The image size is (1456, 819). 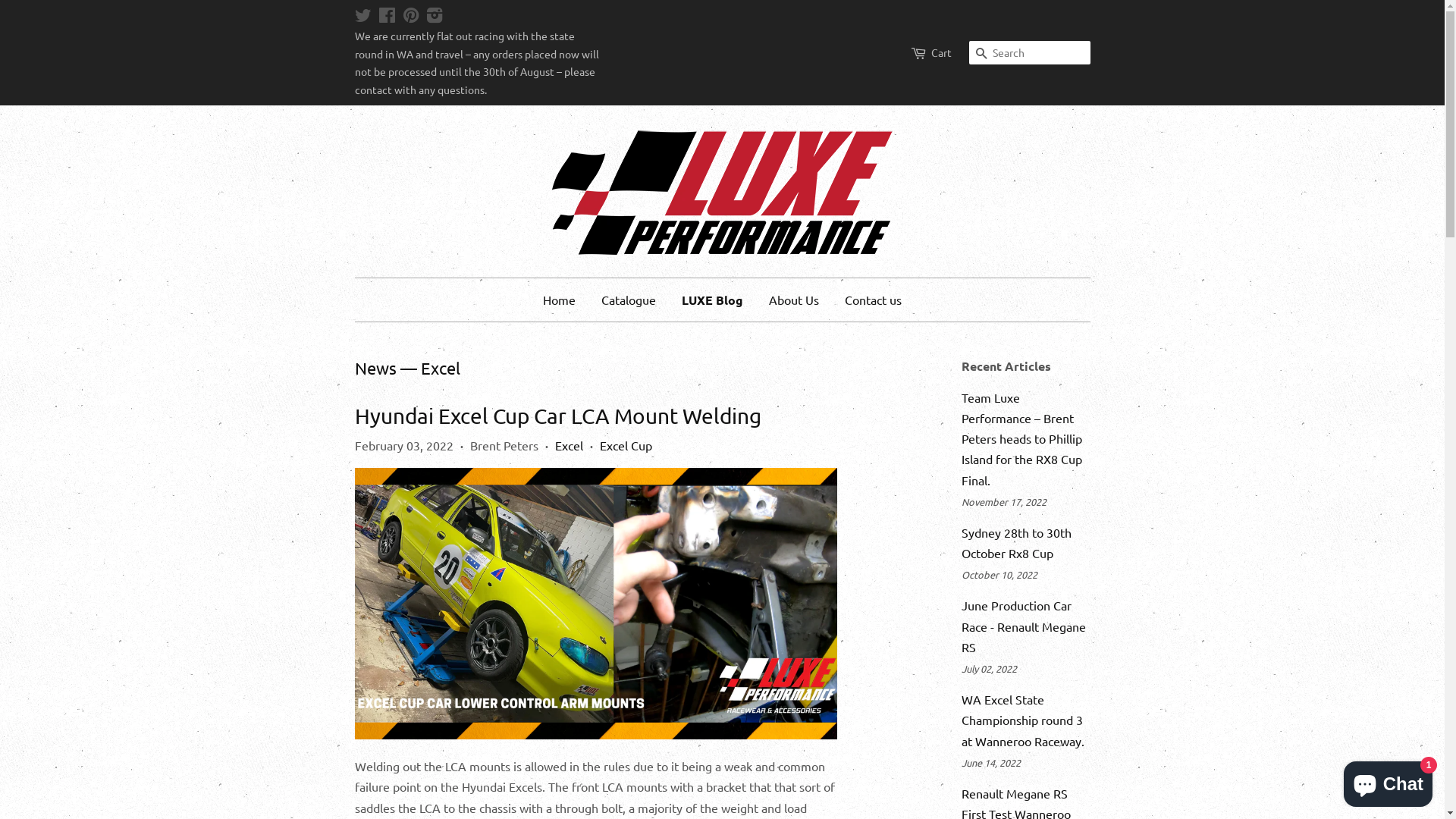 What do you see at coordinates (792, 300) in the screenshot?
I see `'About Us'` at bounding box center [792, 300].